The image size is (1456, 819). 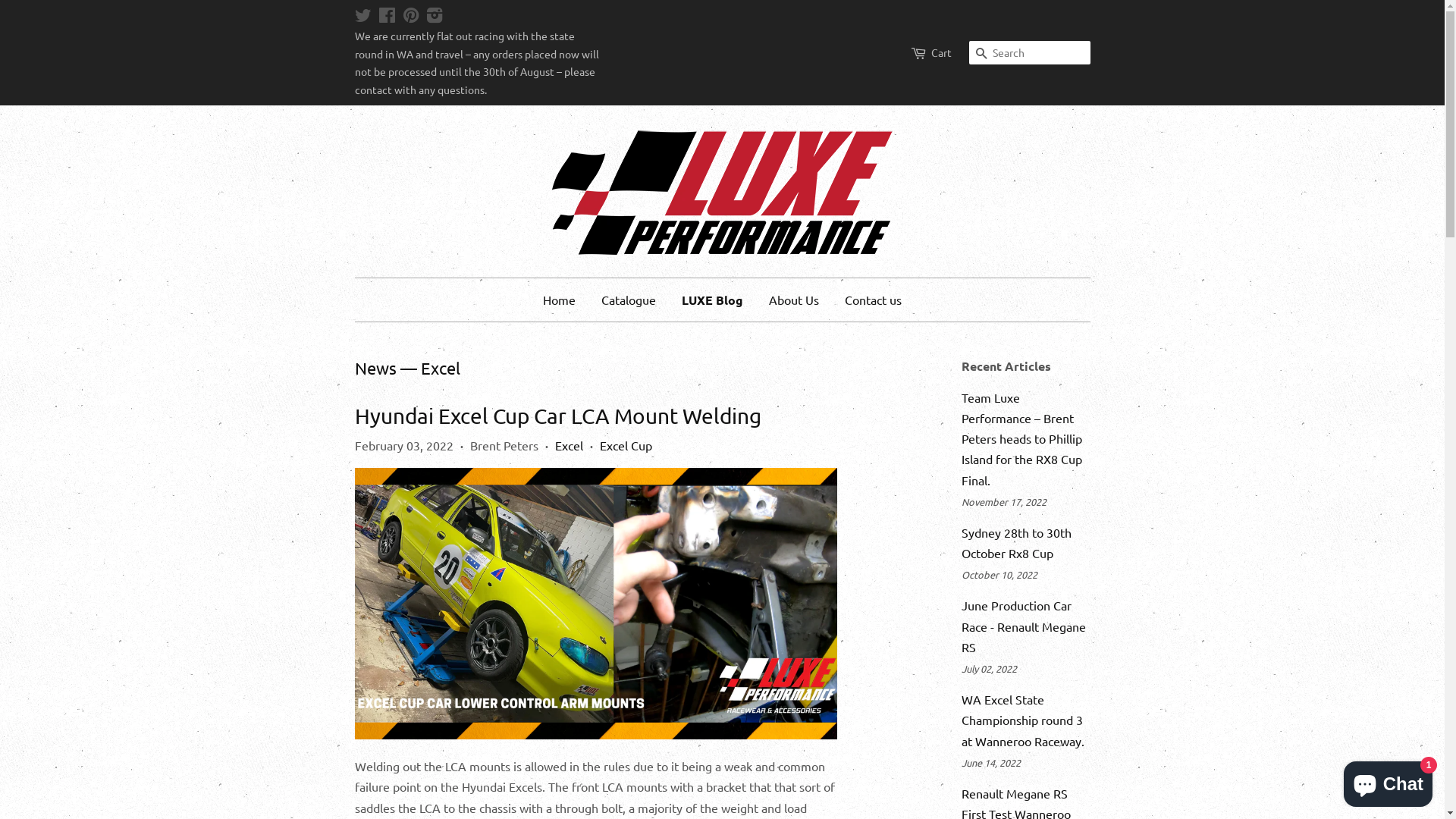 What do you see at coordinates (792, 300) in the screenshot?
I see `'About Us'` at bounding box center [792, 300].